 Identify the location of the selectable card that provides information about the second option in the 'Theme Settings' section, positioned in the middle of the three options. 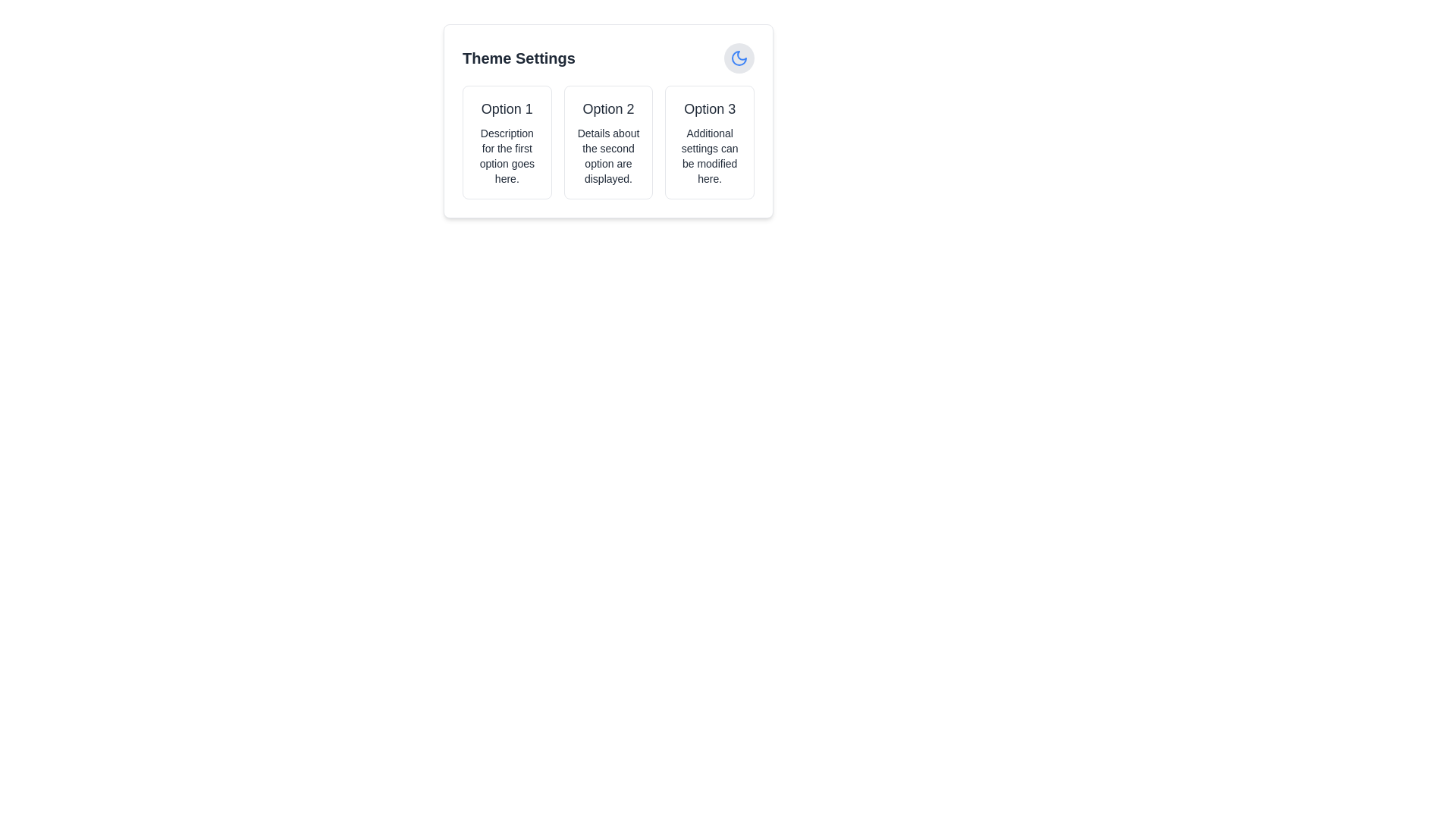
(608, 143).